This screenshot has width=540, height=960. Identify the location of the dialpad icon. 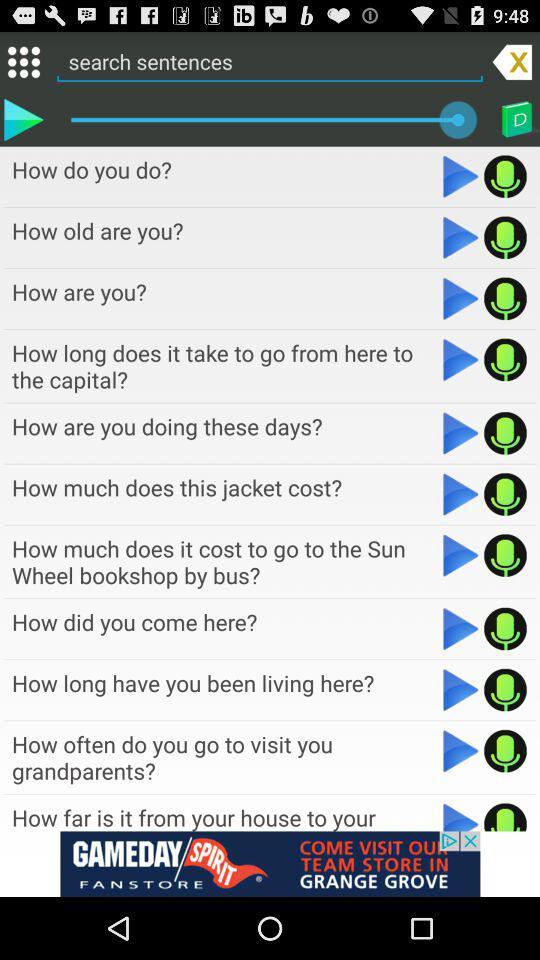
(22, 66).